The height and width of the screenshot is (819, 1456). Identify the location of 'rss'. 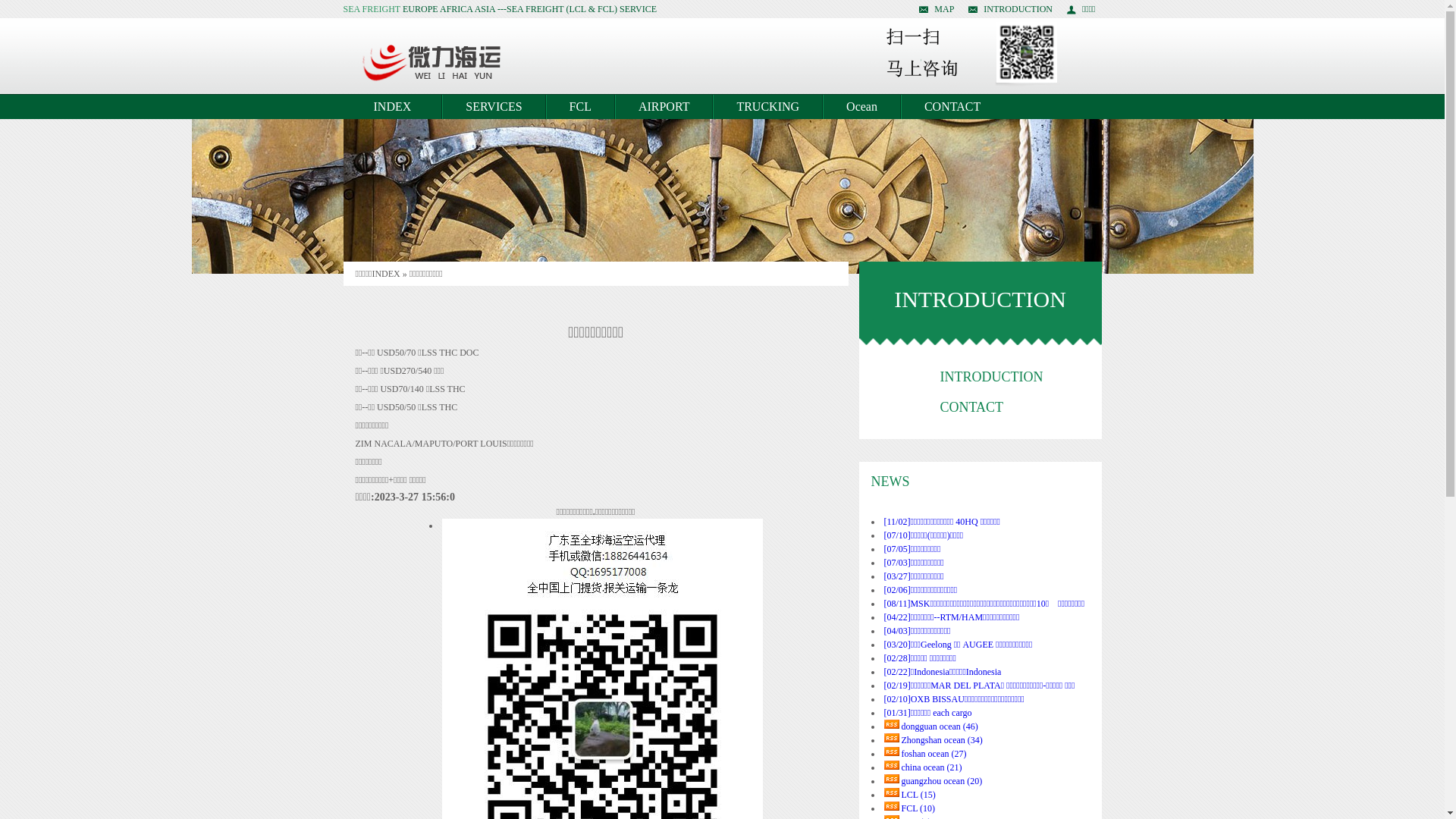
(892, 792).